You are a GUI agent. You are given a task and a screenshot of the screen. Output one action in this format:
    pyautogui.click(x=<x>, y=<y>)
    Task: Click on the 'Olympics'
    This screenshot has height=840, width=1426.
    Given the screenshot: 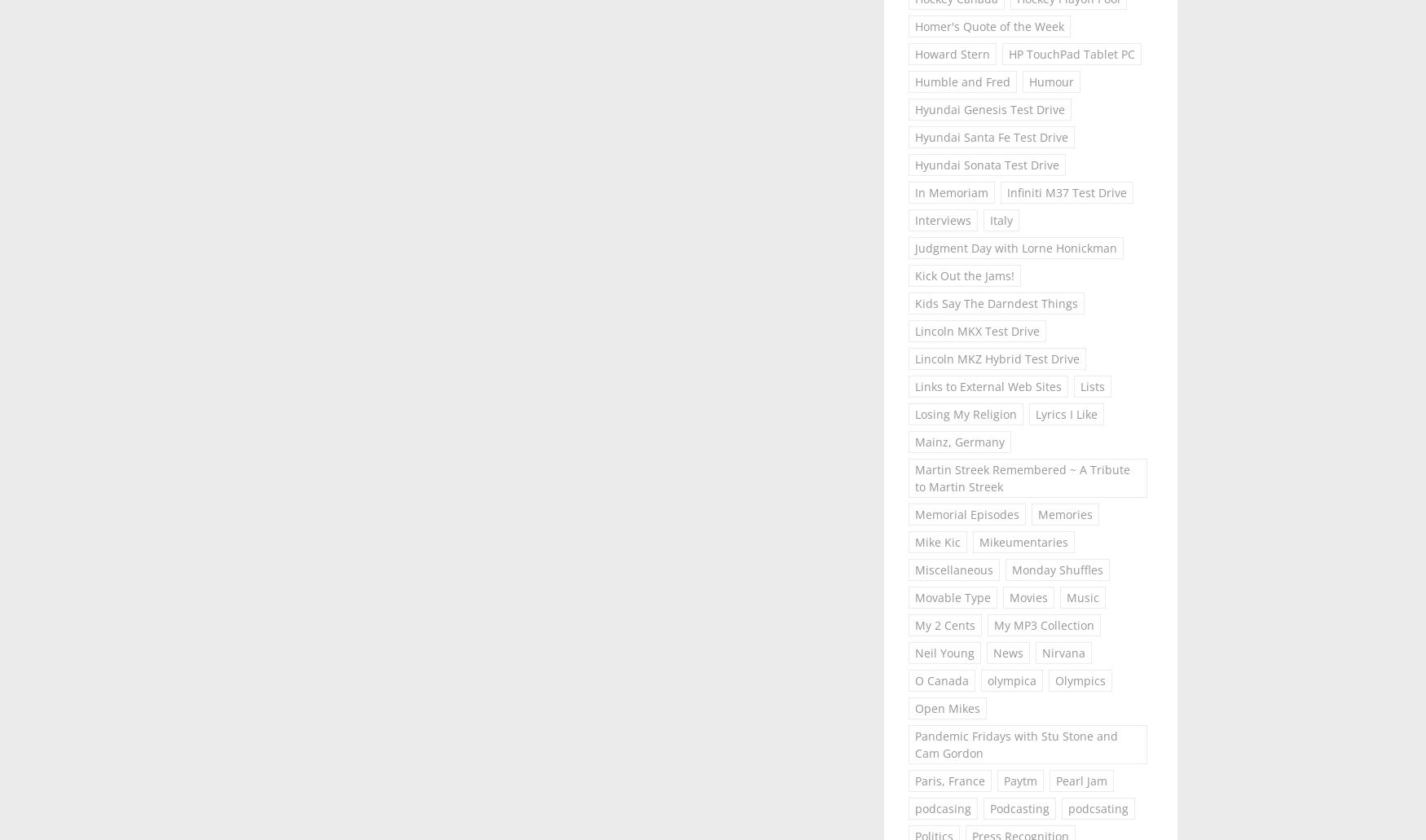 What is the action you would take?
    pyautogui.click(x=1080, y=679)
    